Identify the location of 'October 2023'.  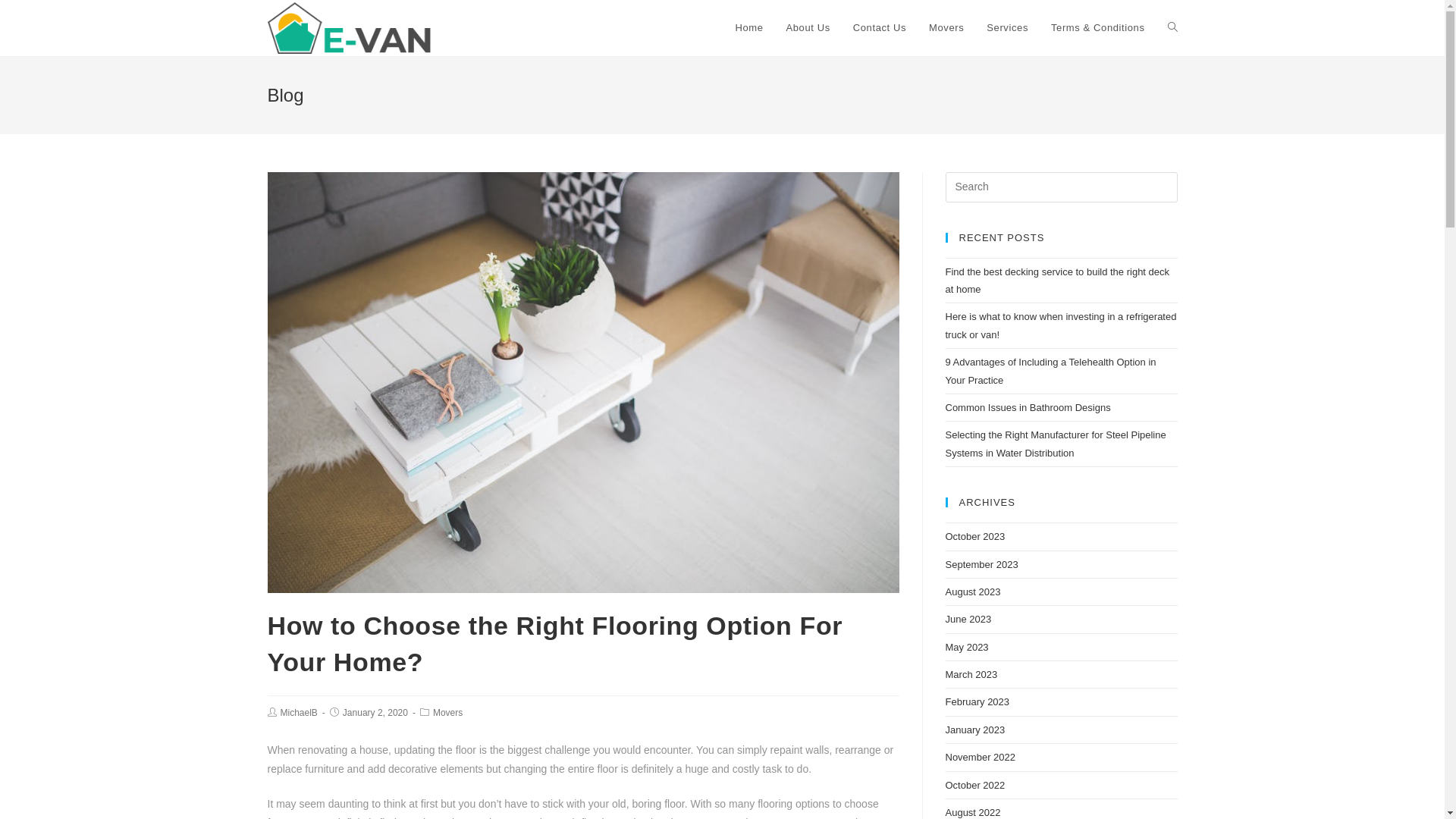
(974, 535).